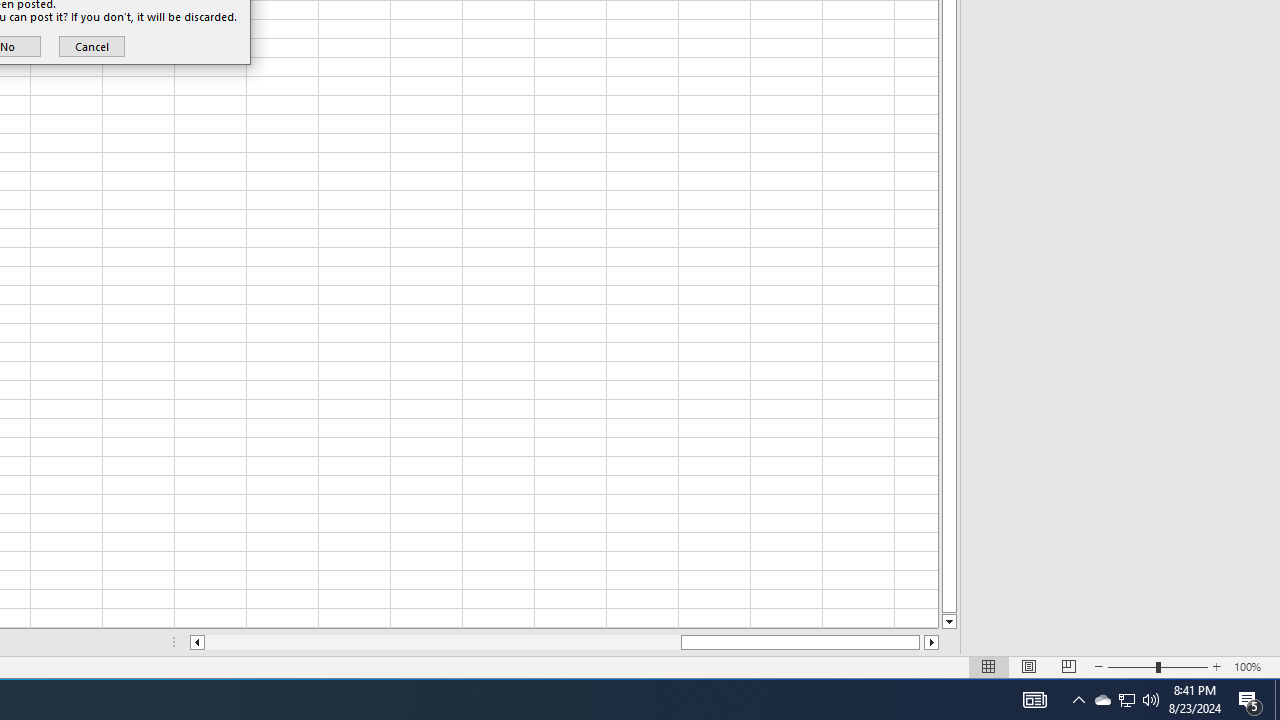  Describe the element at coordinates (1068, 667) in the screenshot. I see `'Page Break Preview'` at that location.